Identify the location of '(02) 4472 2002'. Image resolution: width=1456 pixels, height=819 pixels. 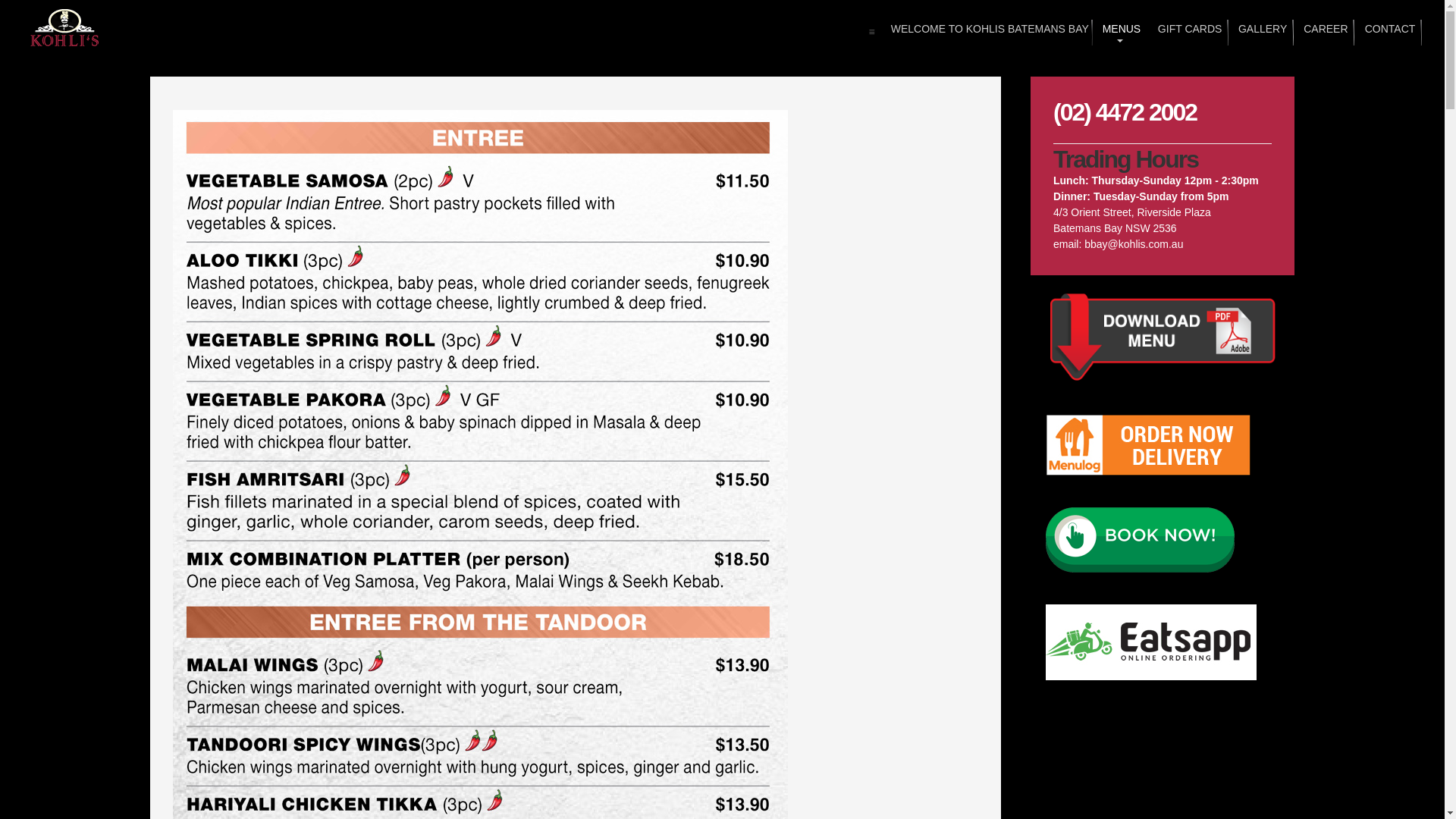
(1125, 111).